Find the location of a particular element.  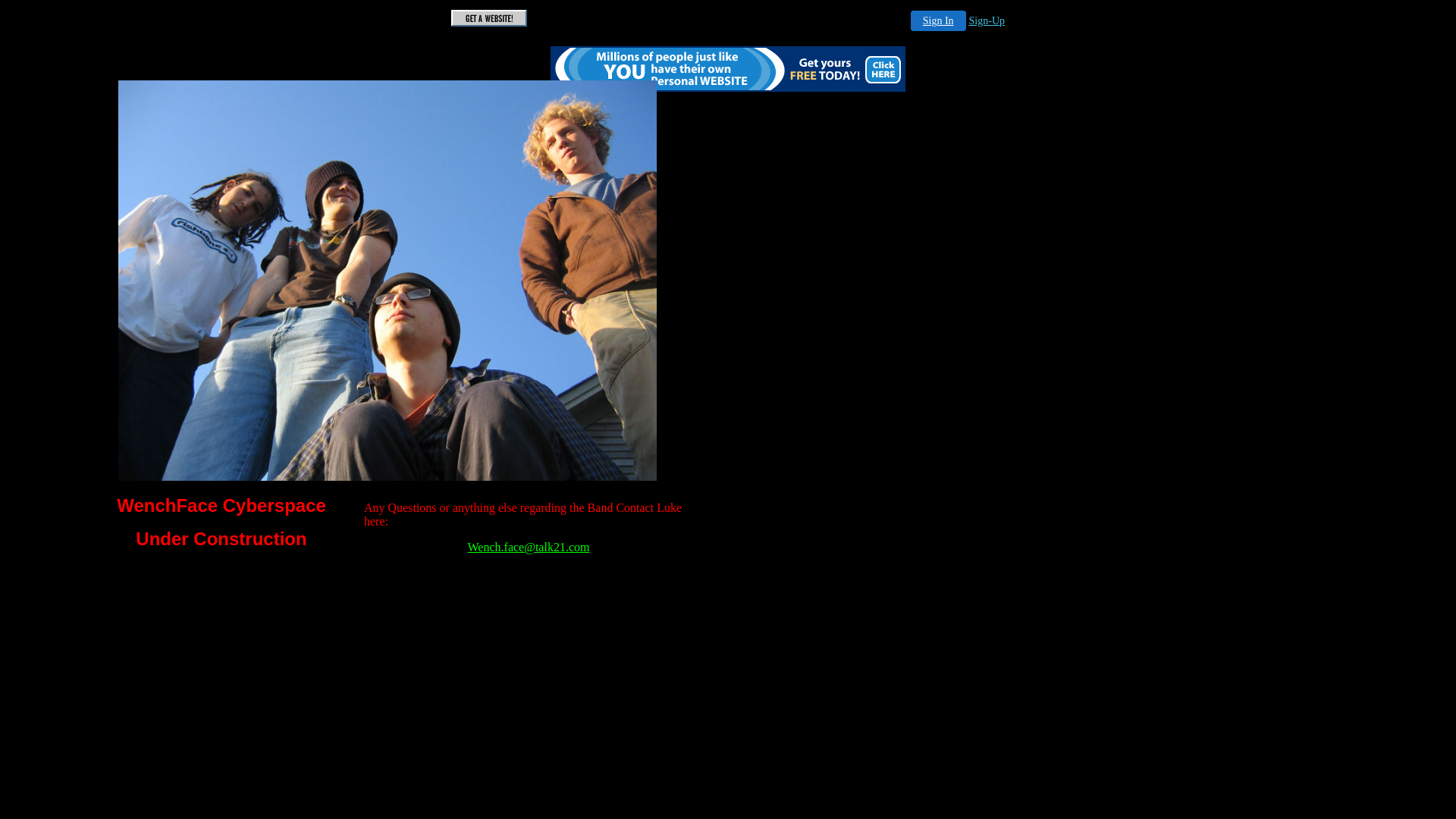

'Wench.face@talk21.com' is located at coordinates (529, 547).